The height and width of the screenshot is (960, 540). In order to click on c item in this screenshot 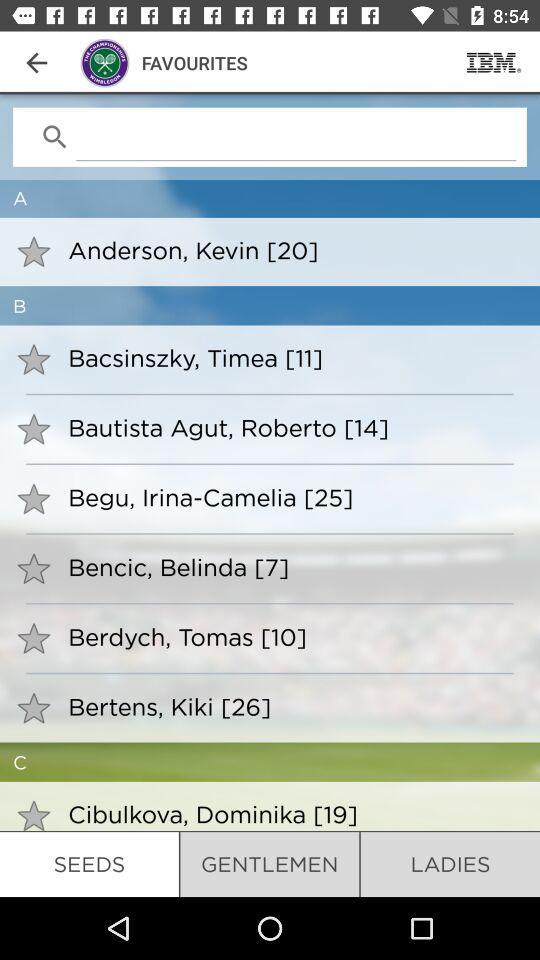, I will do `click(270, 761)`.